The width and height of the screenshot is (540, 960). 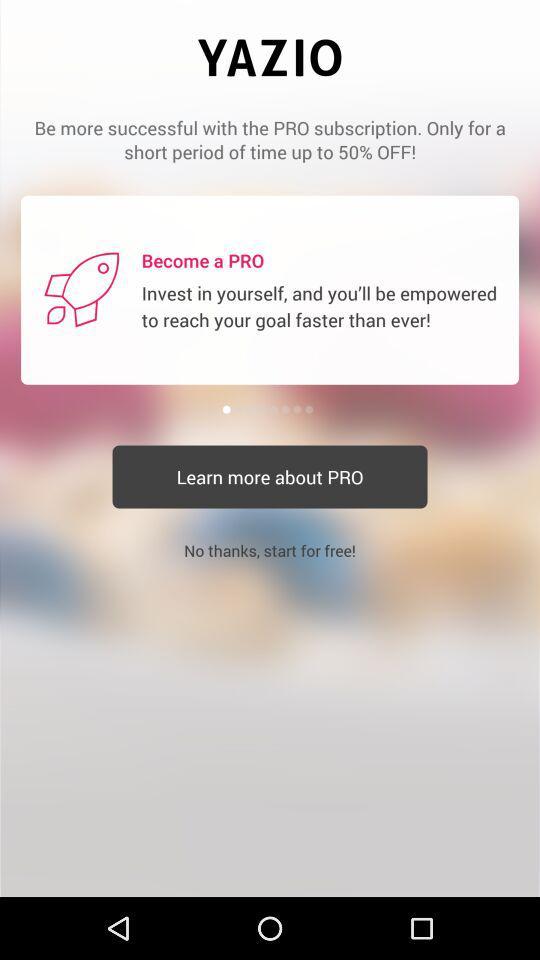 What do you see at coordinates (270, 550) in the screenshot?
I see `the no thanks start item` at bounding box center [270, 550].